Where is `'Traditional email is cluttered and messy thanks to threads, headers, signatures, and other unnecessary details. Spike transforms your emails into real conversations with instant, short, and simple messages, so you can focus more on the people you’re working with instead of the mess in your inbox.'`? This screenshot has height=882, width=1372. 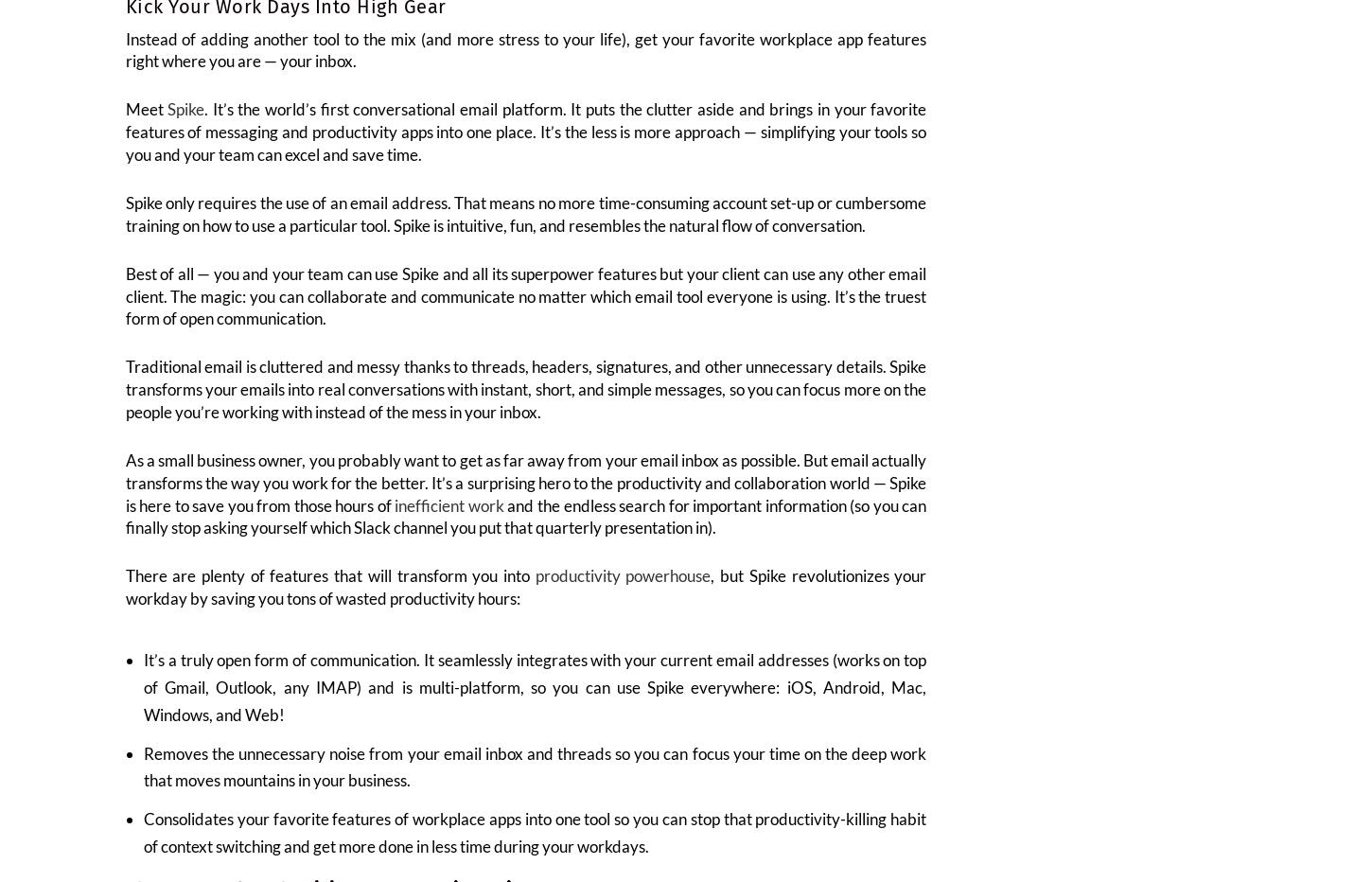
'Traditional email is cluttered and messy thanks to threads, headers, signatures, and other unnecessary details. Spike transforms your emails into real conversations with instant, short, and simple messages, so you can focus more on the people you’re working with instead of the mess in your inbox.' is located at coordinates (525, 400).